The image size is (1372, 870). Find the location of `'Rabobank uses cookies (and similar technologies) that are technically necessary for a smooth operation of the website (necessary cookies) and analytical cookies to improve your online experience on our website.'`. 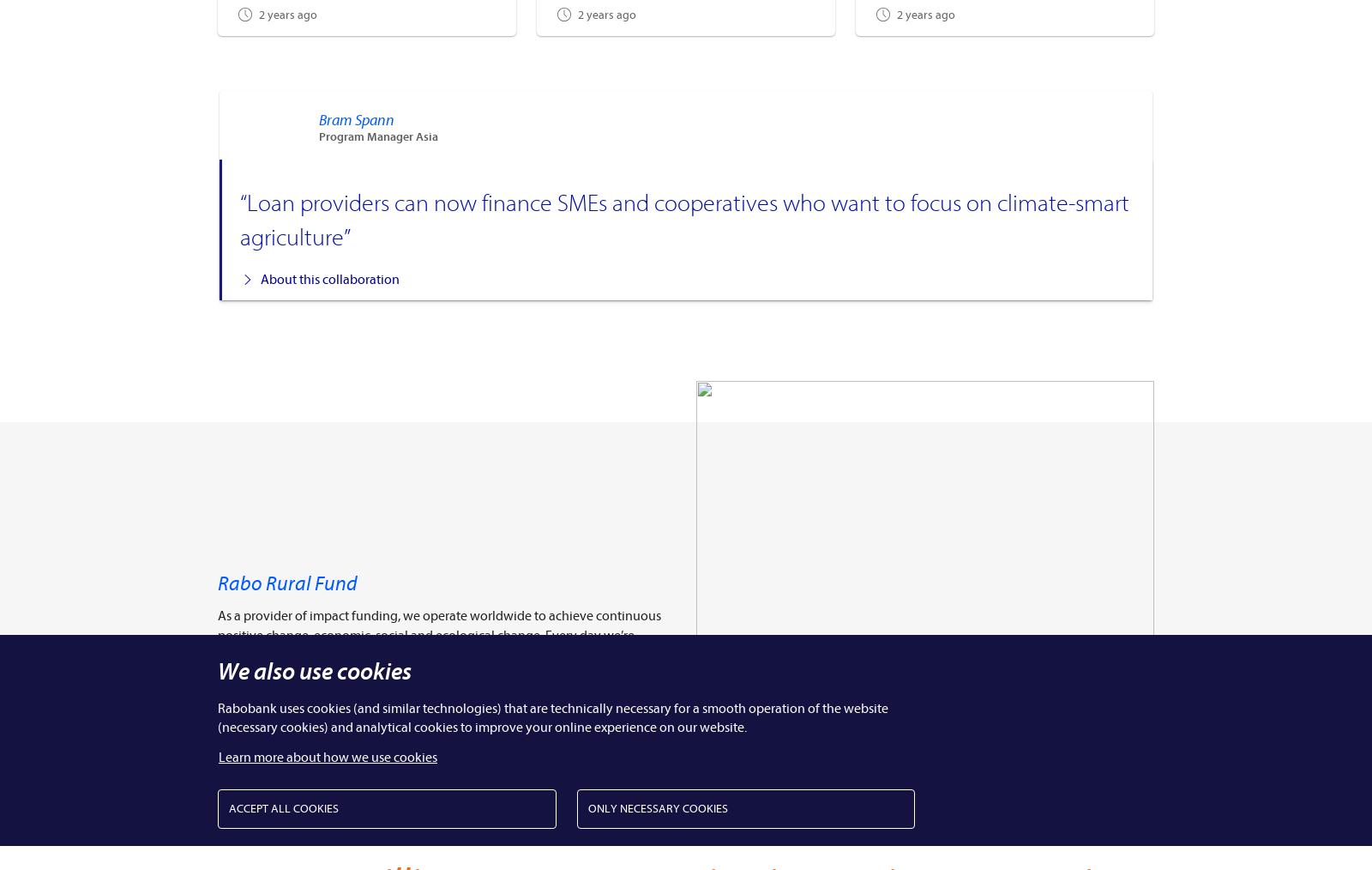

'Rabobank uses cookies (and similar technologies) that are technically necessary for a smooth operation of the website (necessary cookies) and analytical cookies to improve your online experience on our website.' is located at coordinates (552, 717).